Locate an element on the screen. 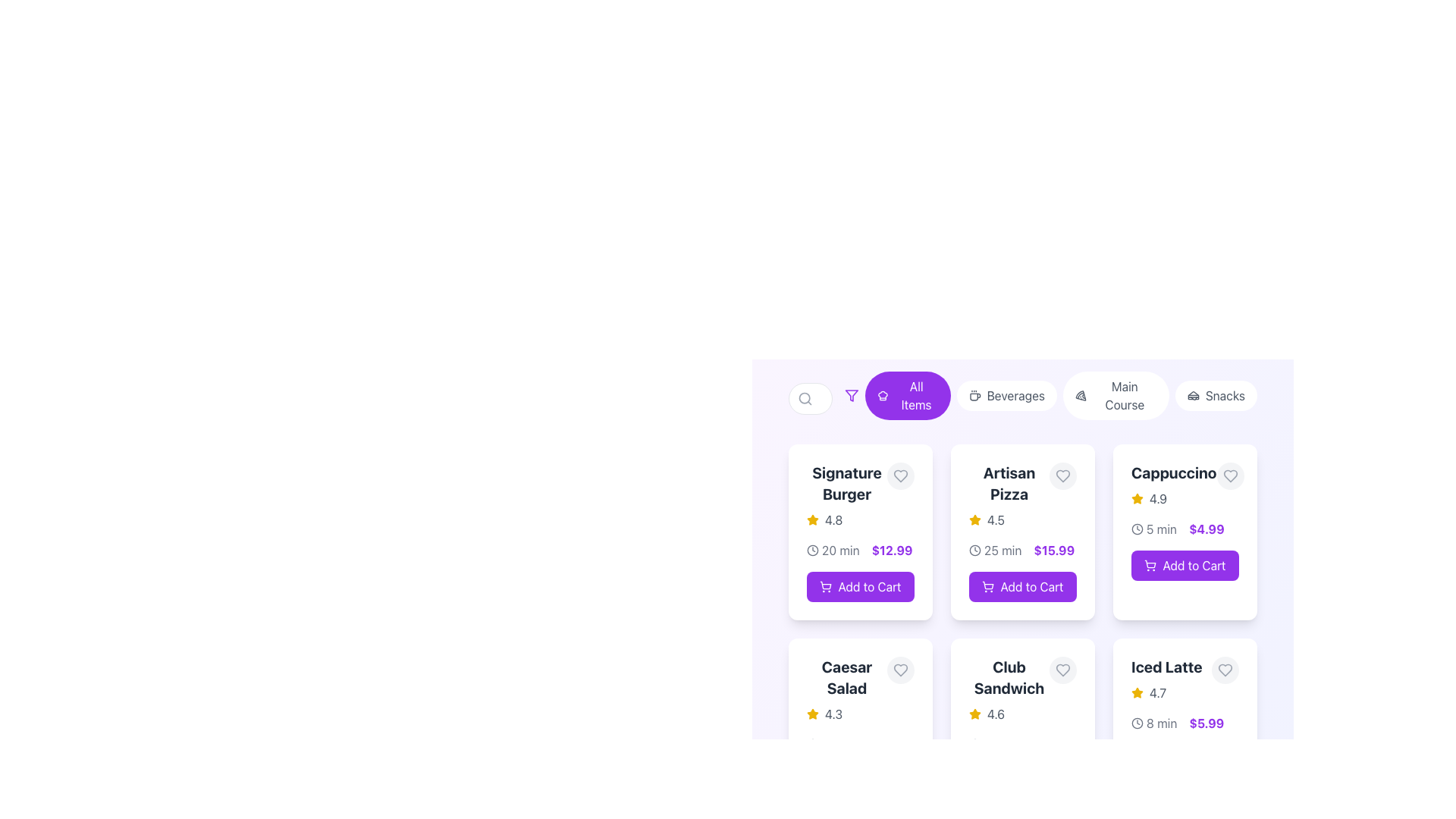  the text display showing '25 min $15.99' that is located in the second card of the menu grid for 'Artisan Pizza', situated below the title and rating stars, above the 'Add to Cart' button is located at coordinates (1022, 550).